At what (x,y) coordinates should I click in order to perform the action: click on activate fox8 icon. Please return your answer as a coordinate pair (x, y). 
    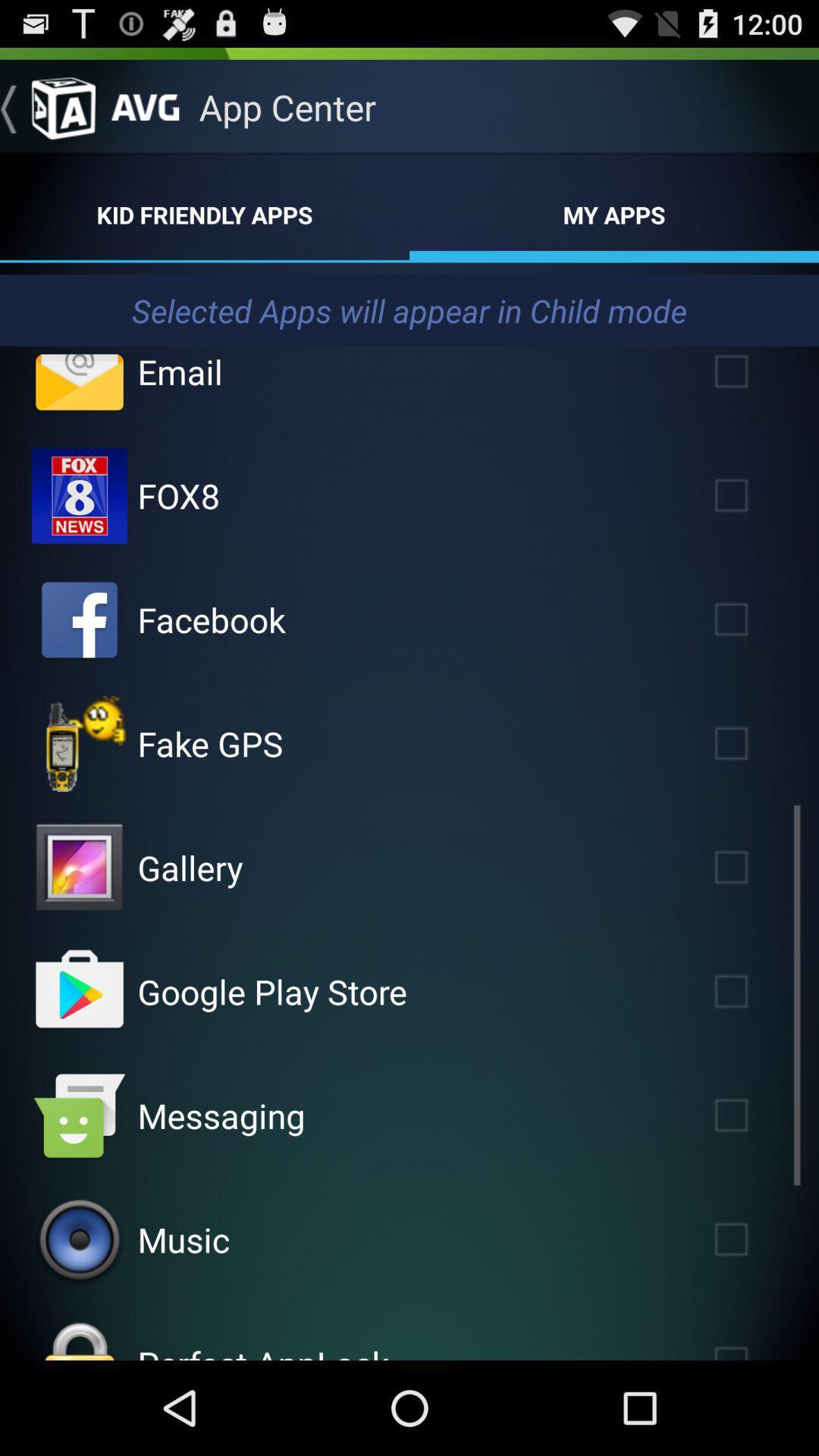
    Looking at the image, I should click on (79, 495).